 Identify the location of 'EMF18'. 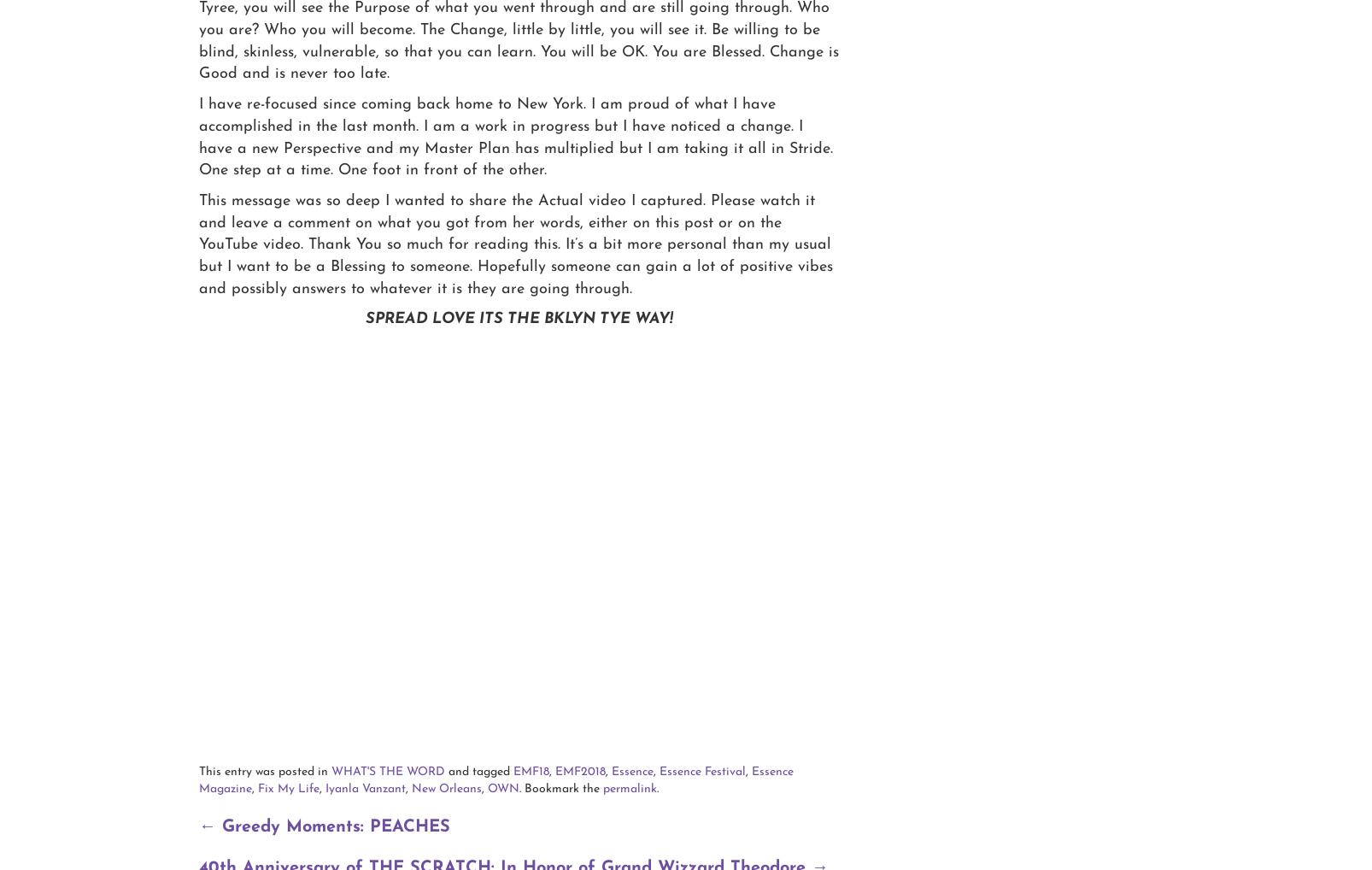
(513, 771).